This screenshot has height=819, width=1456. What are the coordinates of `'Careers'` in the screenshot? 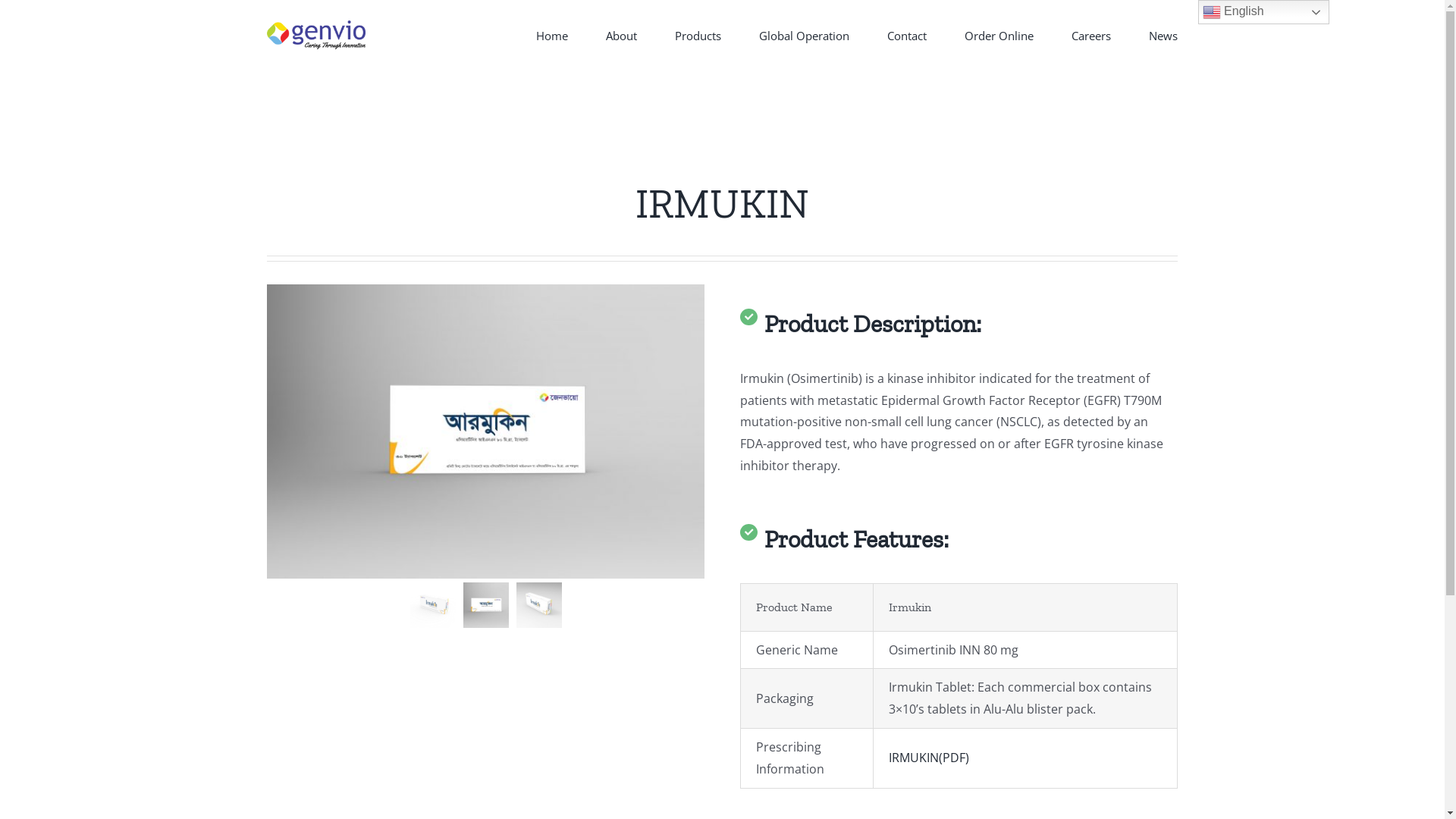 It's located at (1090, 34).